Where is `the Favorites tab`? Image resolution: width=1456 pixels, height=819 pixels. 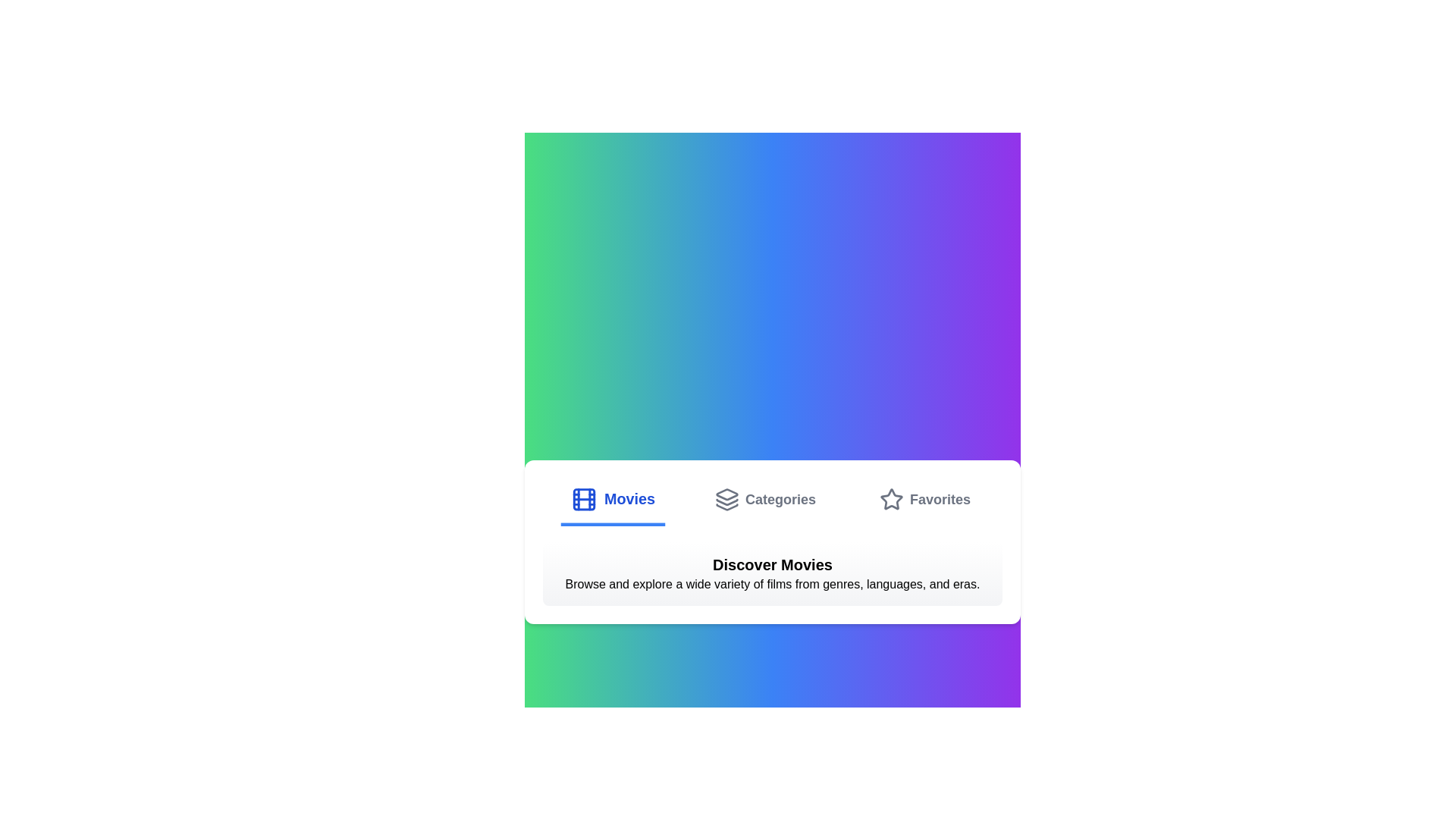 the Favorites tab is located at coordinates (924, 500).